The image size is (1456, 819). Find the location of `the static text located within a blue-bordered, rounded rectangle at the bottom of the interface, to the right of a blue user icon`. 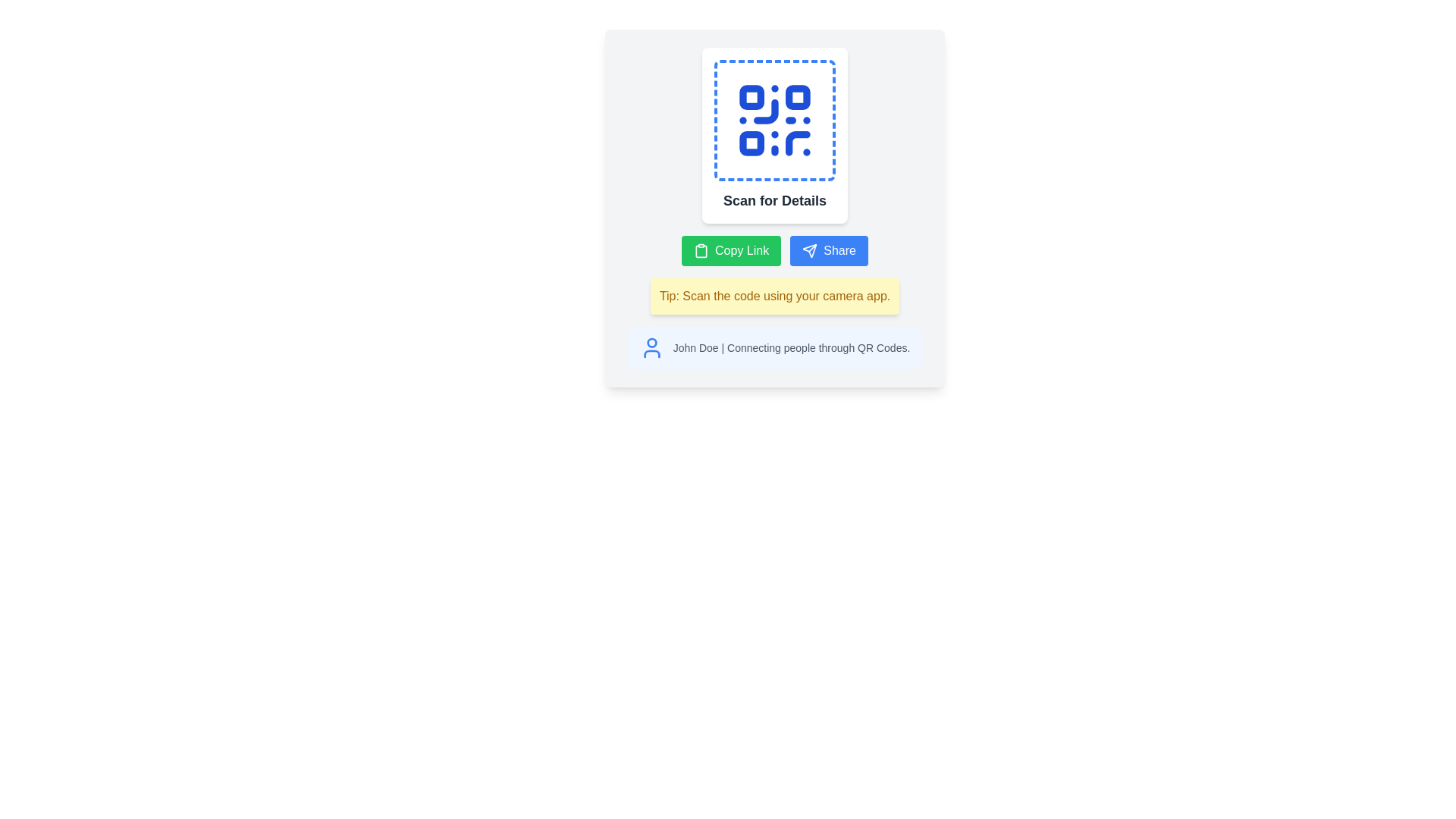

the static text located within a blue-bordered, rounded rectangle at the bottom of the interface, to the right of a blue user icon is located at coordinates (790, 348).